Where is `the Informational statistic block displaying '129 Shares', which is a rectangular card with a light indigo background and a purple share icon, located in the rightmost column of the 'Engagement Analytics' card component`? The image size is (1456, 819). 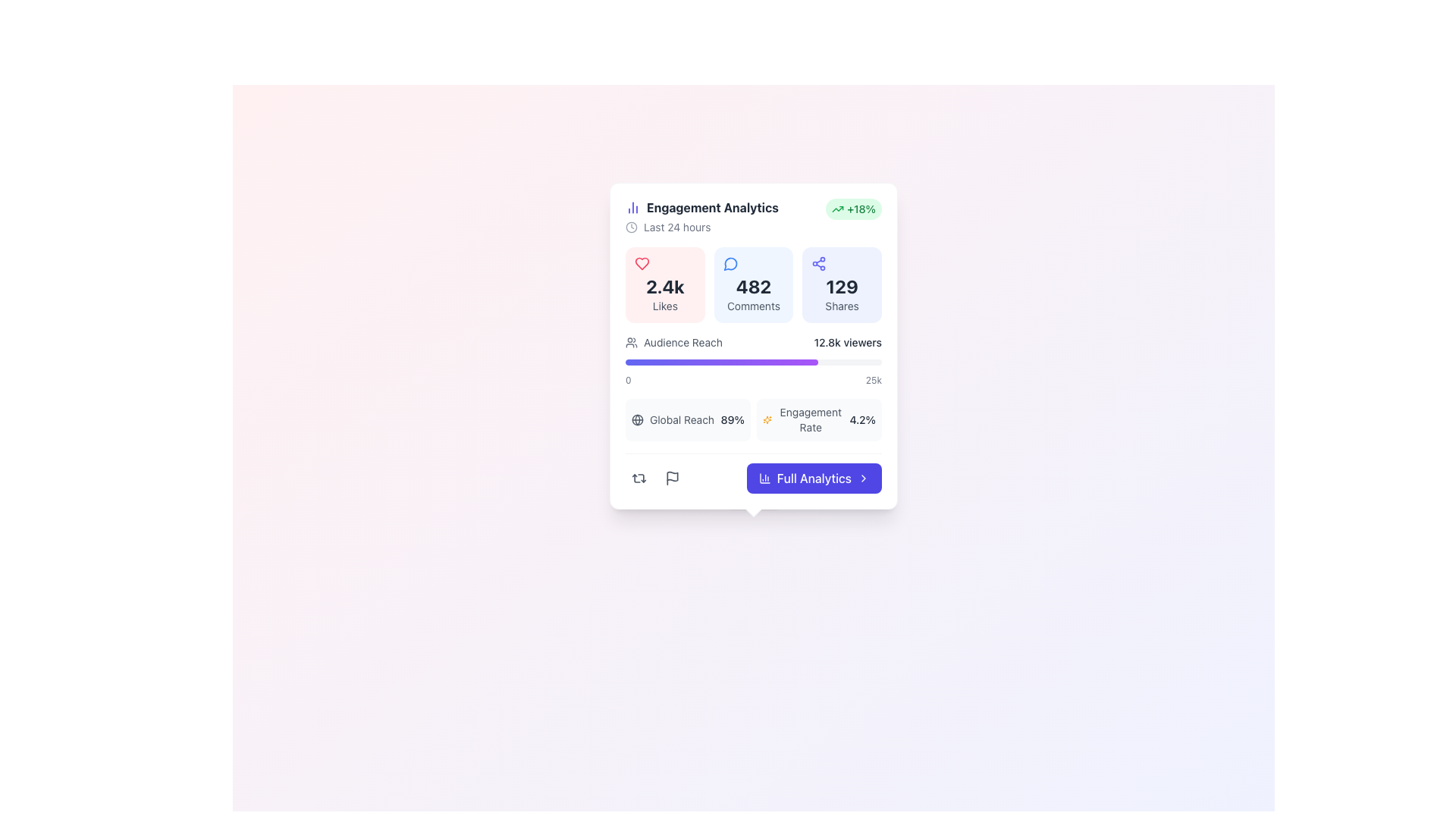
the Informational statistic block displaying '129 Shares', which is a rectangular card with a light indigo background and a purple share icon, located in the rightmost column of the 'Engagement Analytics' card component is located at coordinates (841, 284).